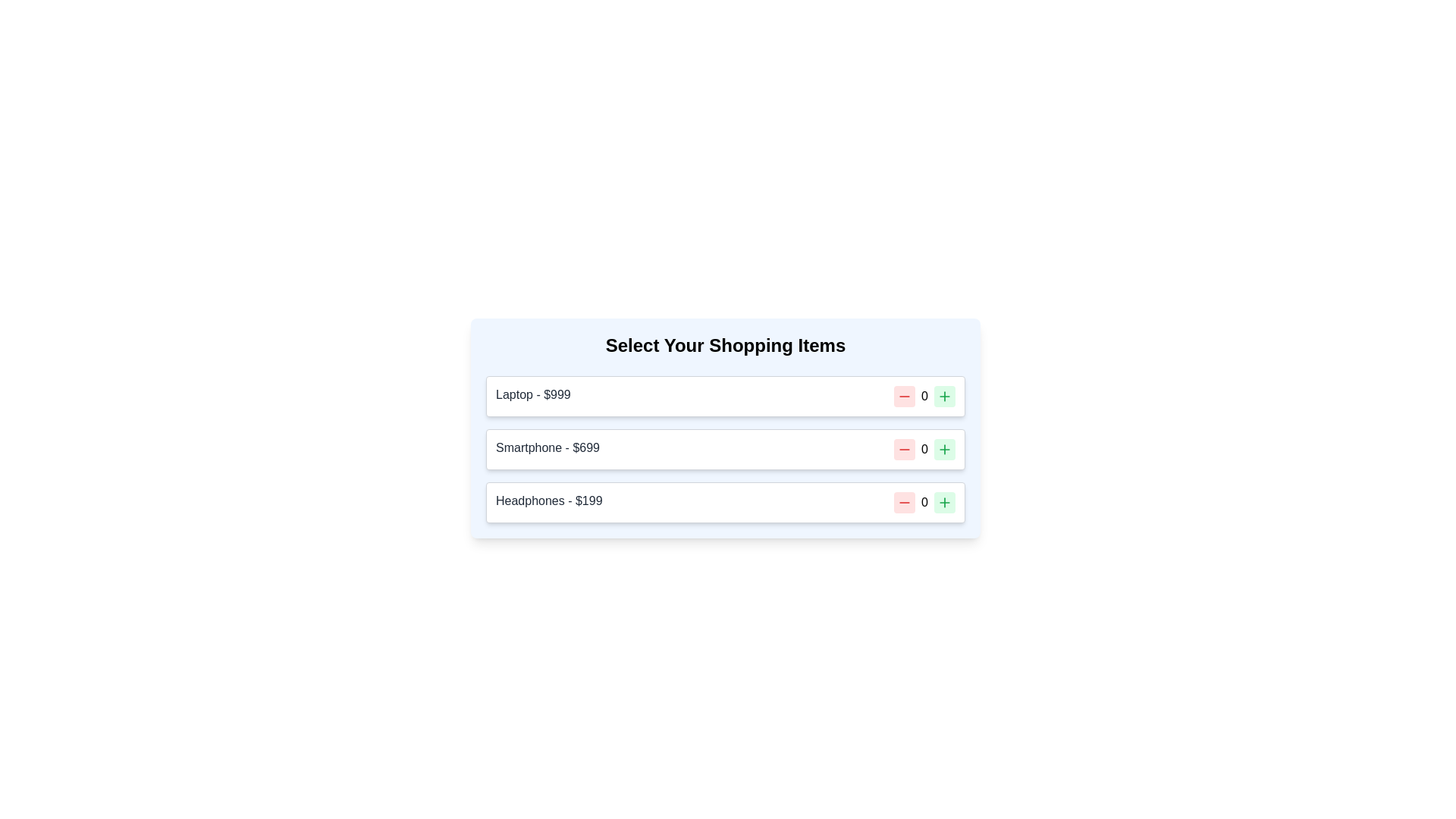 The width and height of the screenshot is (1456, 819). What do you see at coordinates (924, 396) in the screenshot?
I see `the central numeric indicator displaying the quantity value for the product 'Laptop - $999', which is located between the decrease button and increase button in the layout` at bounding box center [924, 396].